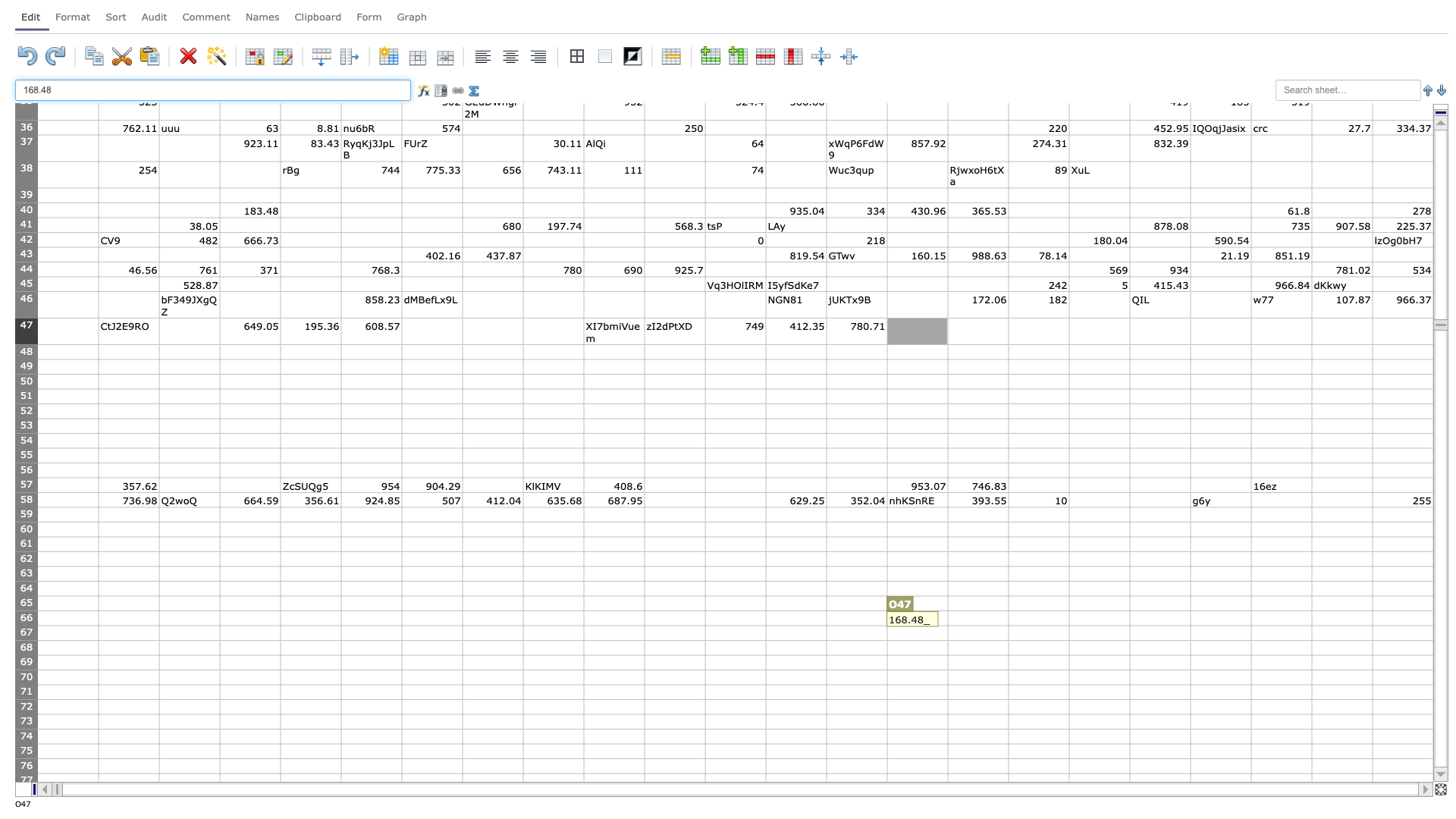 The width and height of the screenshot is (1456, 819). What do you see at coordinates (1129, 640) in the screenshot?
I see `Series fill point of cell R67` at bounding box center [1129, 640].